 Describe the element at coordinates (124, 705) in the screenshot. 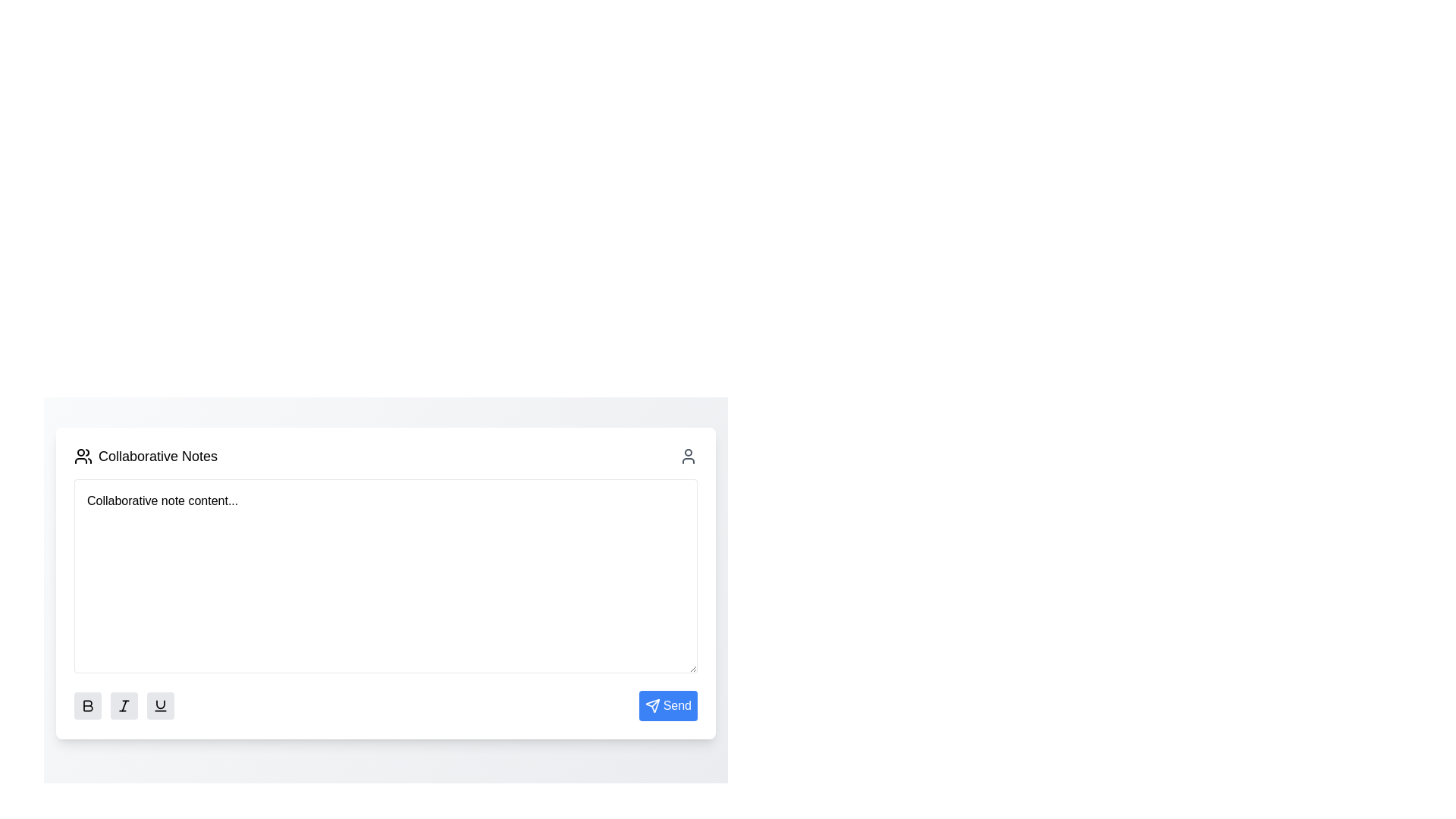

I see `the italic formatting button located between the bold icon button and the underline icon button, which is positioned below the text input area` at that location.